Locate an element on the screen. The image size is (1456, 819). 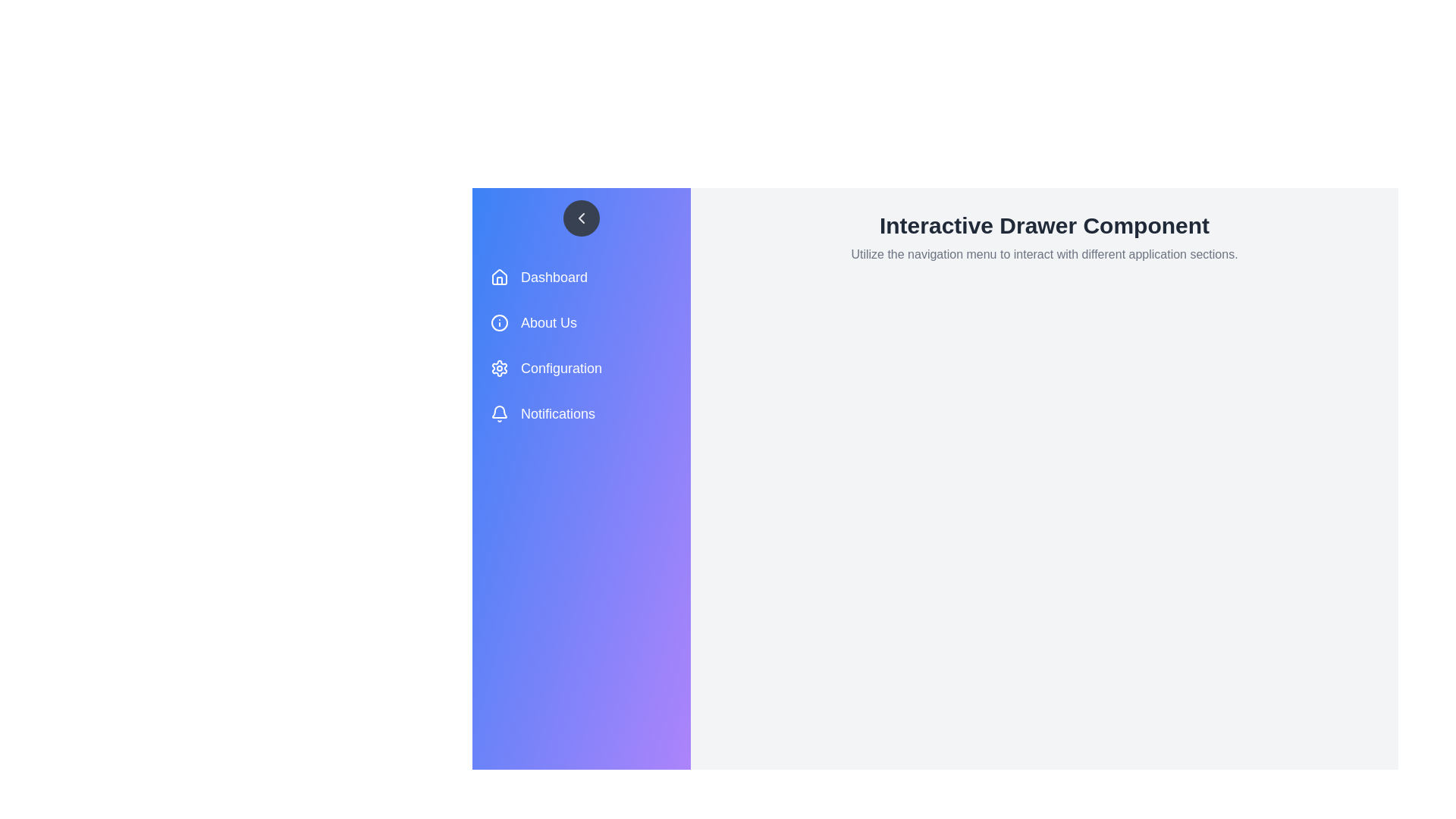
the bell icon located at the top-left corner of the 'Notifications' button in the left-hand navigation menu, which signifies notifications and is styled with a thin outline on a blue background is located at coordinates (499, 414).